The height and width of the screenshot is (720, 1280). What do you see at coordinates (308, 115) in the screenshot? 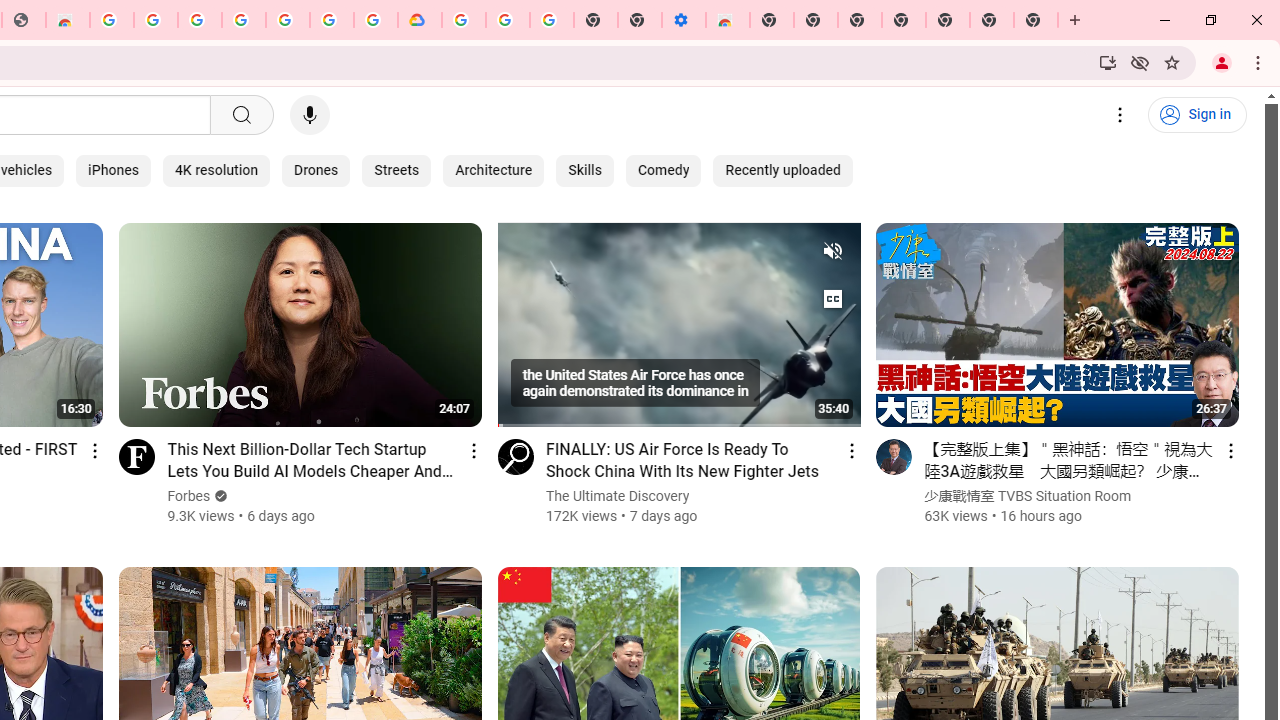
I see `'Search with your voice'` at bounding box center [308, 115].